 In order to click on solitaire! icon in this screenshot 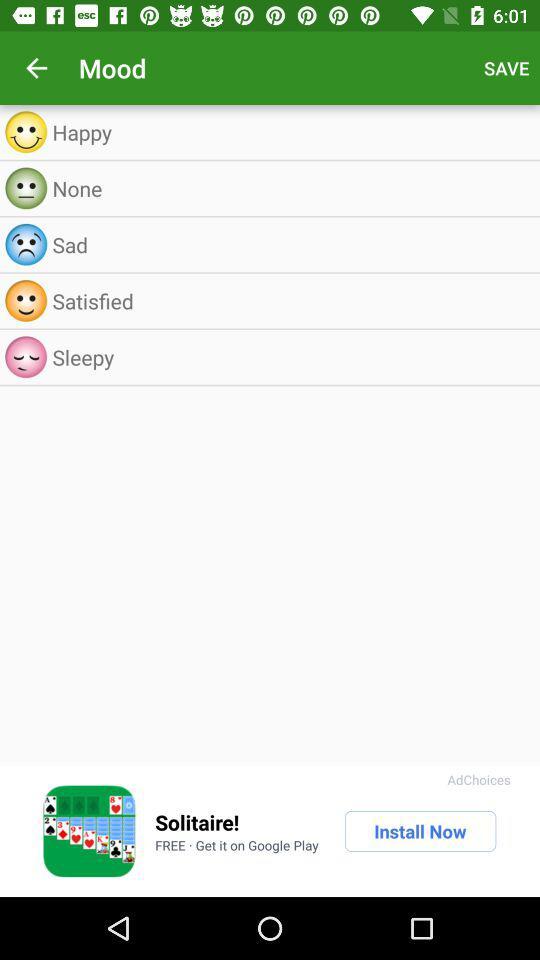, I will do `click(197, 822)`.